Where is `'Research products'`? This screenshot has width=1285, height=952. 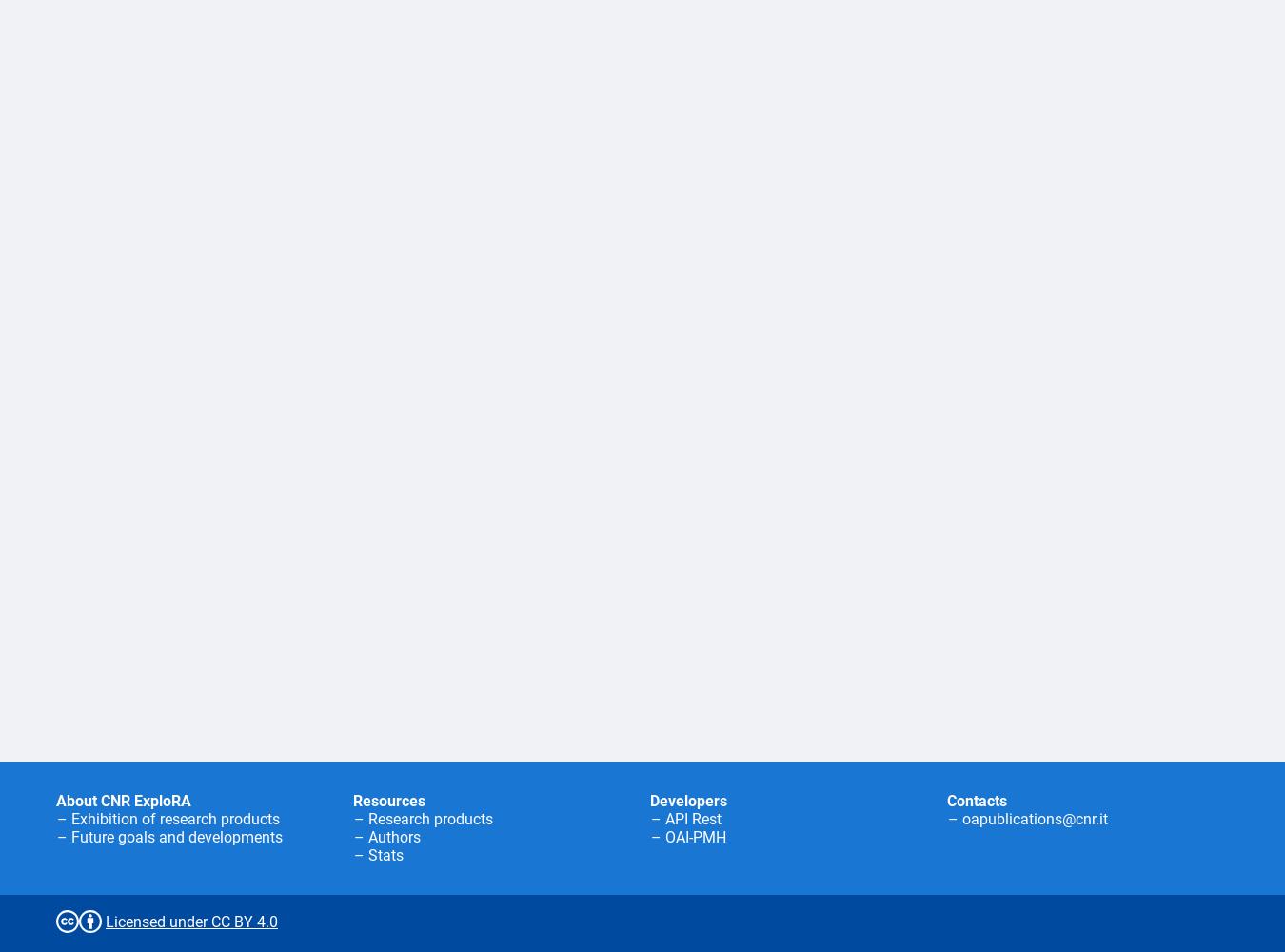
'Research products' is located at coordinates (429, 818).